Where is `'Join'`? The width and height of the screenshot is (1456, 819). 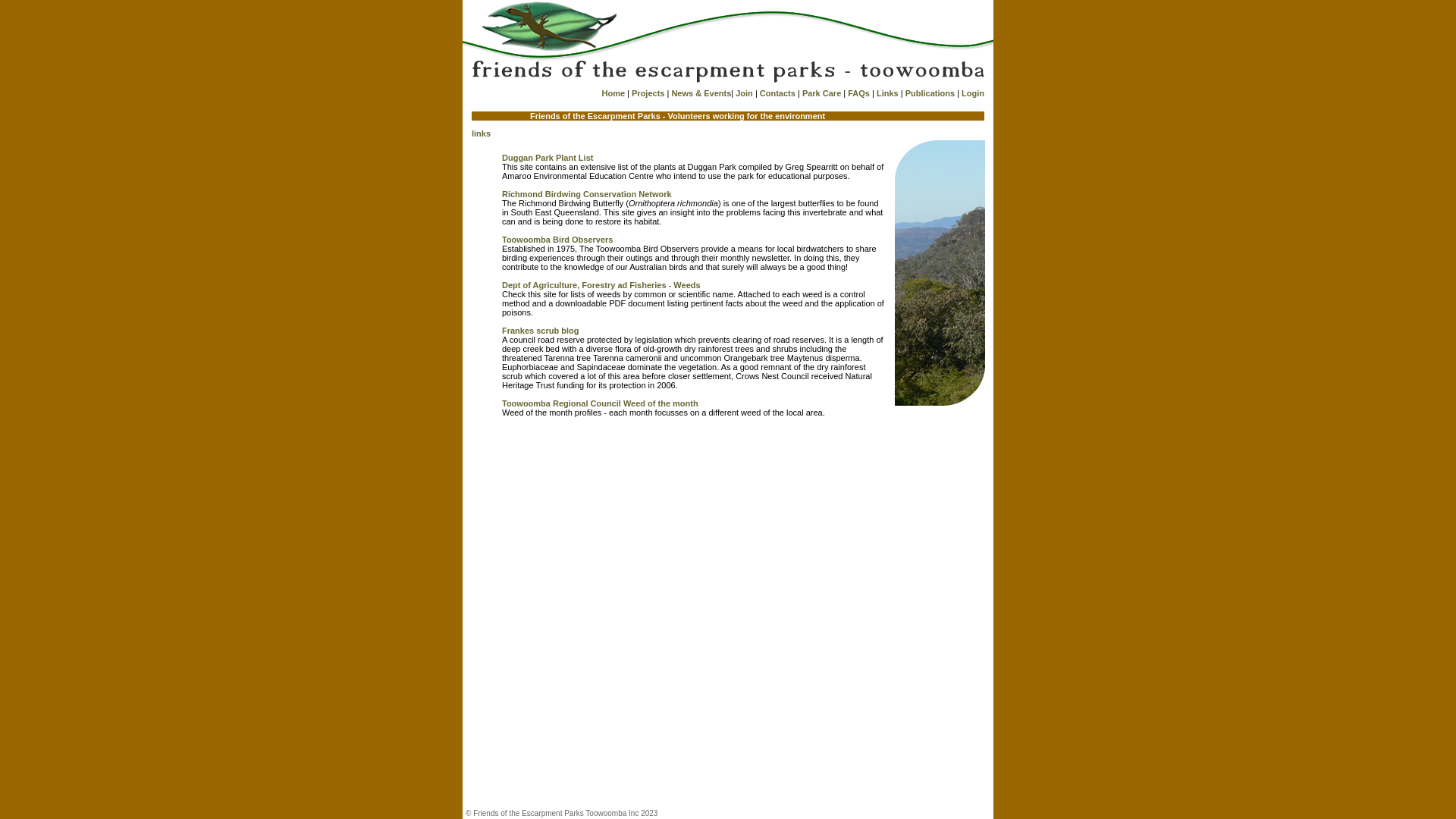 'Join' is located at coordinates (744, 93).